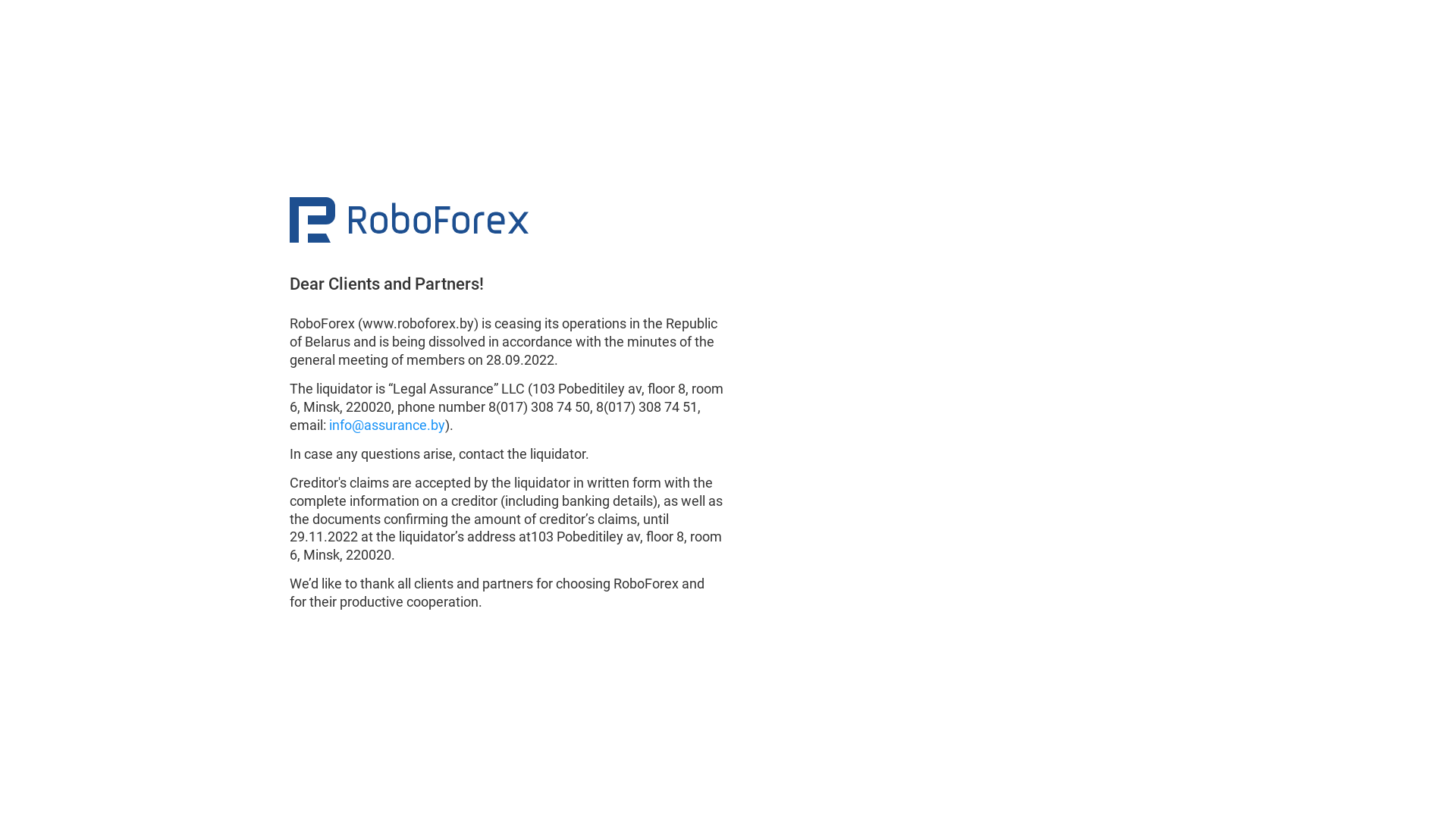 The height and width of the screenshot is (819, 1456). I want to click on 'info@assurance.by', so click(328, 425).